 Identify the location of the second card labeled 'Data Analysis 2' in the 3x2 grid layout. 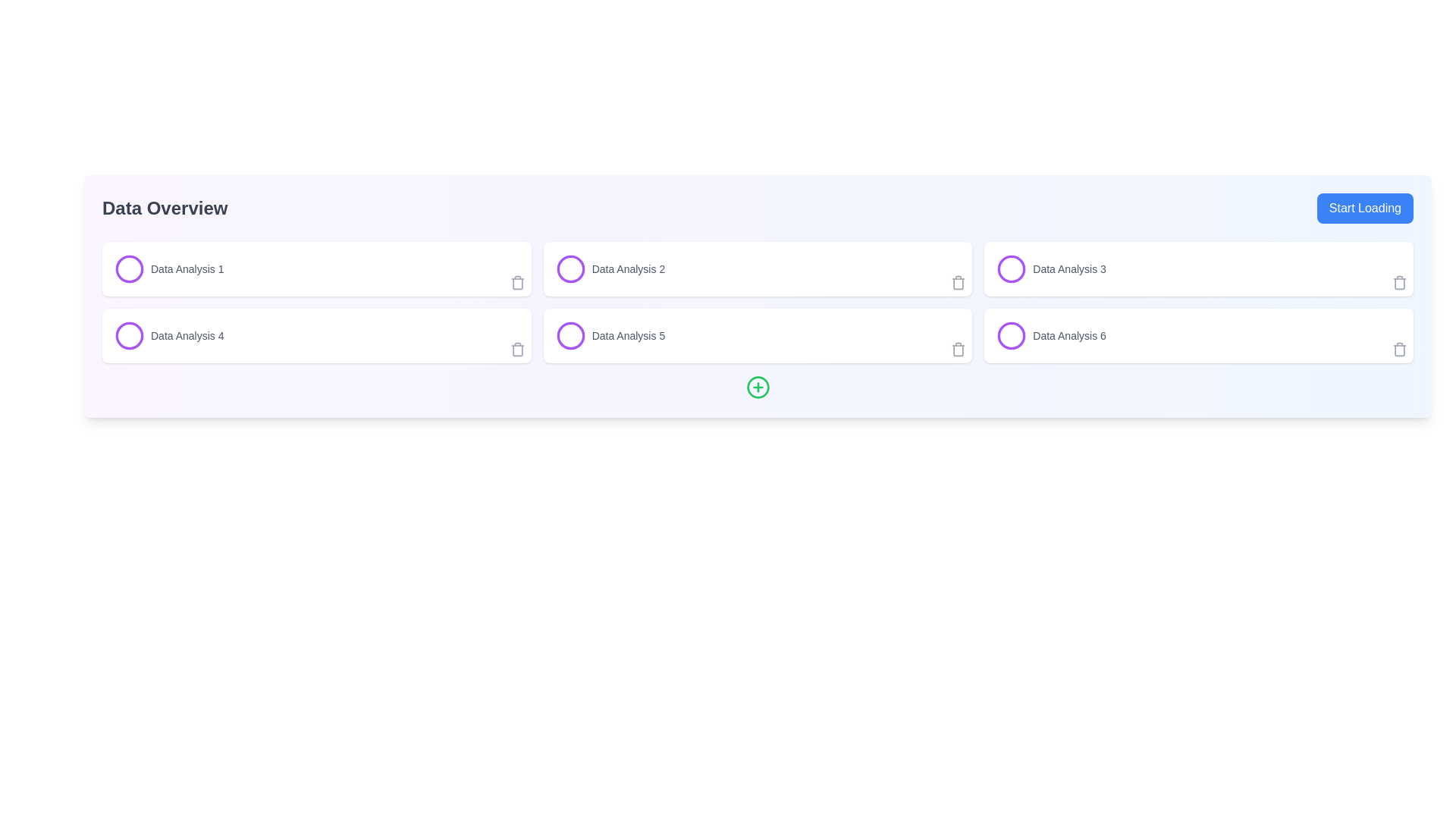
(758, 268).